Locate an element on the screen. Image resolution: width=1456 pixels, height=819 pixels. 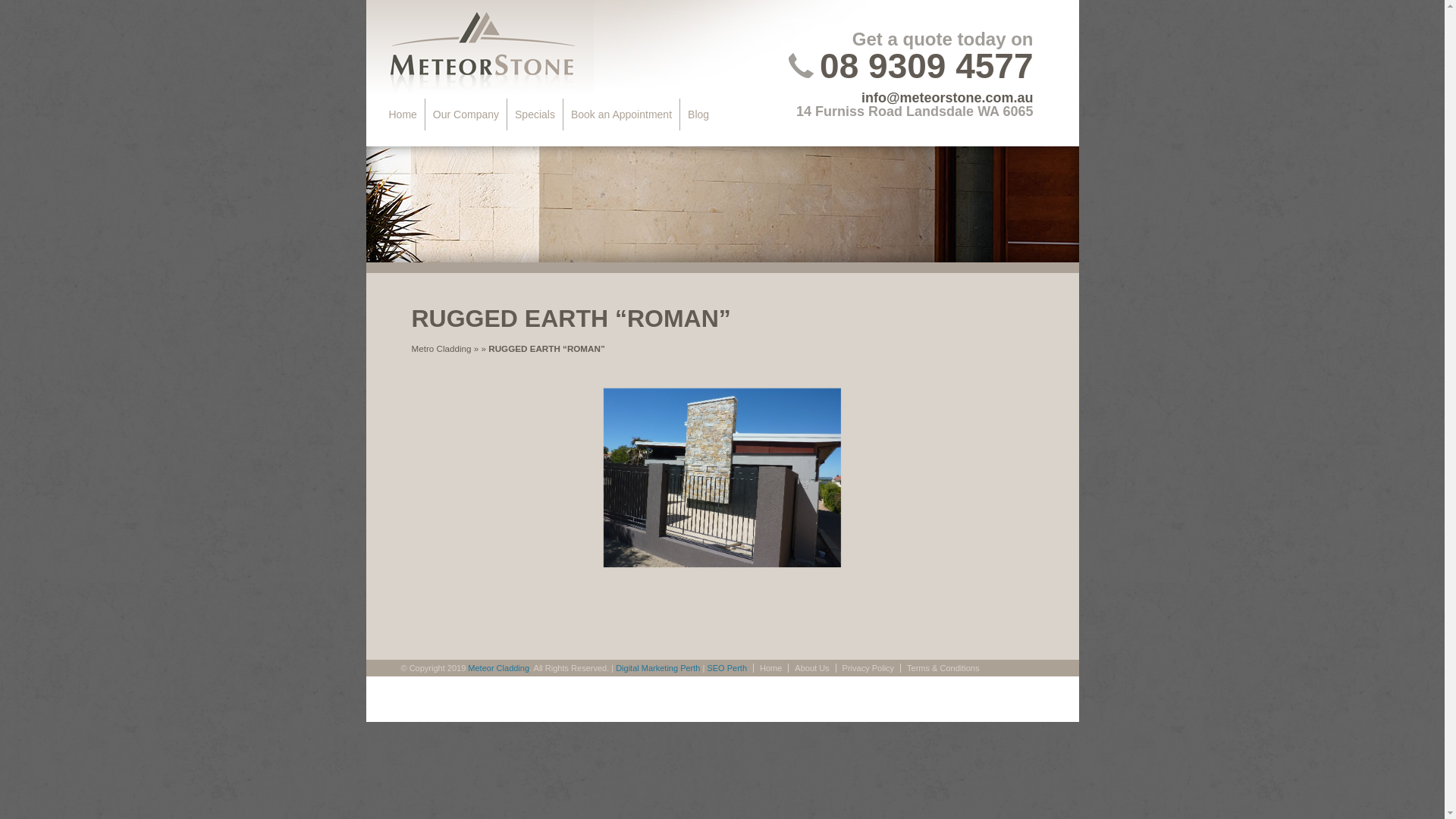
'Terms & Conditions' is located at coordinates (942, 667).